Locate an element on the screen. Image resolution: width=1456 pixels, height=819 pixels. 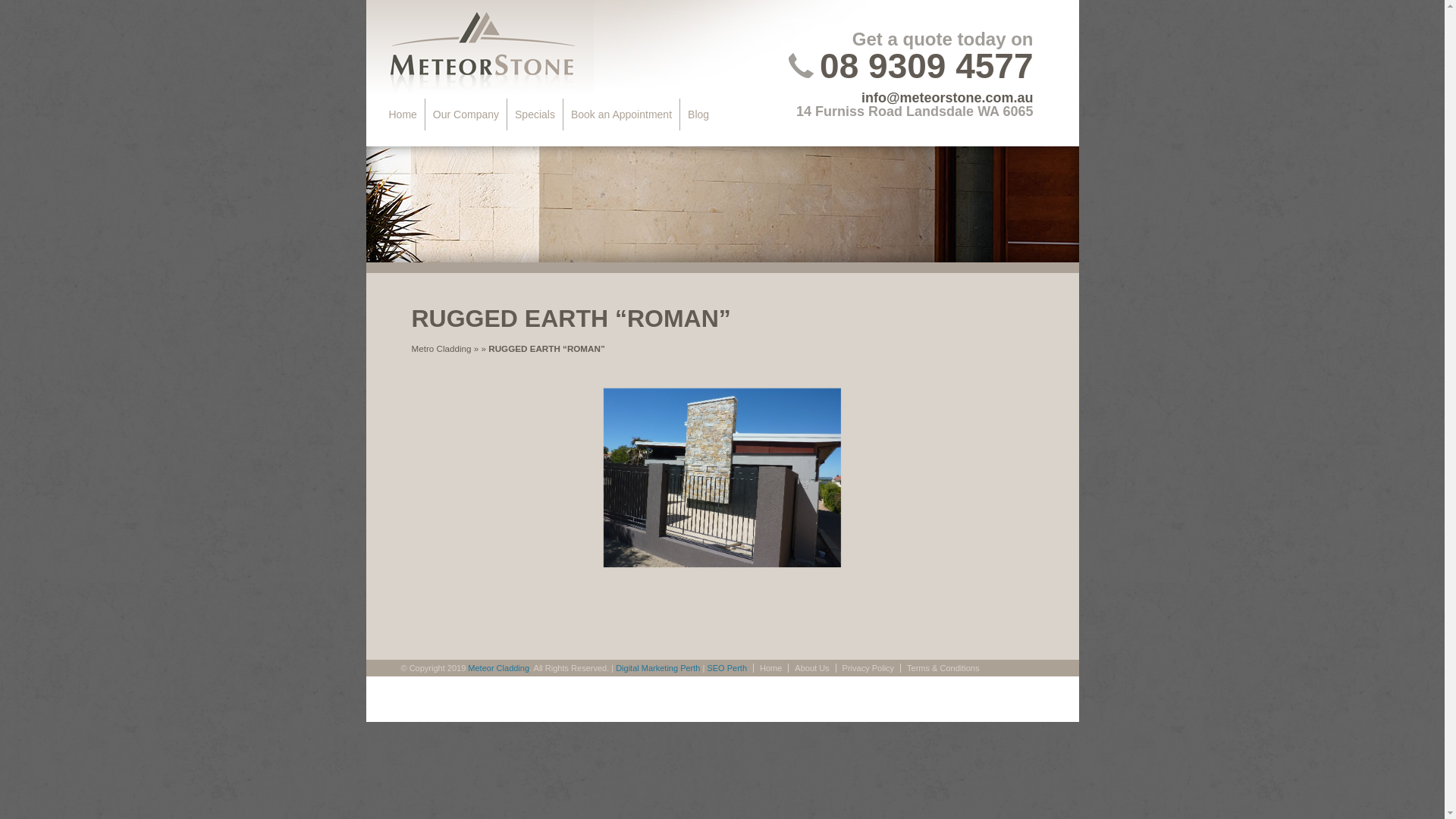
'Terms & Conditions' is located at coordinates (942, 667).